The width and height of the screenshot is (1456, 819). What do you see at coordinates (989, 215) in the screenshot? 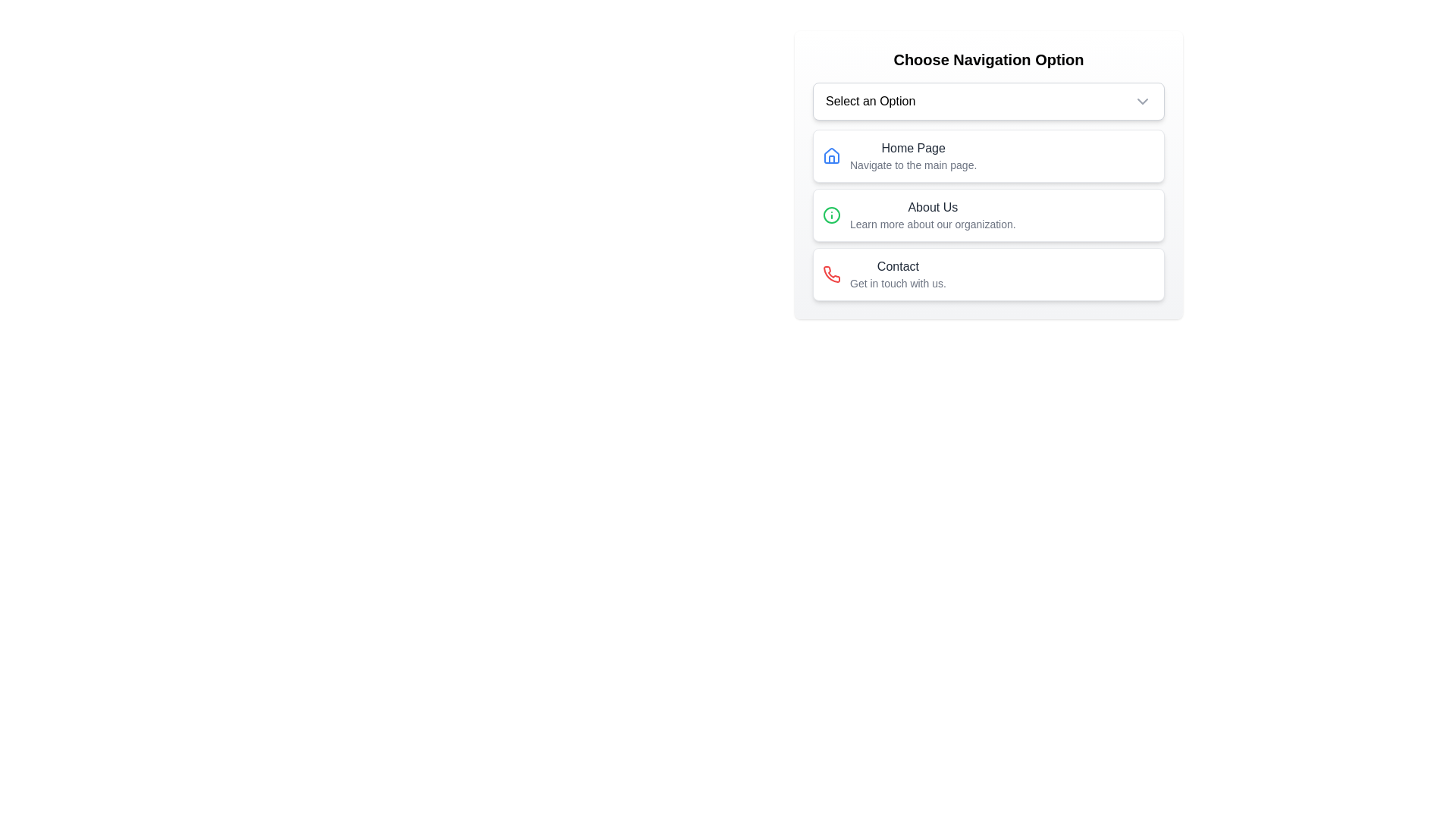
I see `the middle button in the vertically arranged list` at bounding box center [989, 215].